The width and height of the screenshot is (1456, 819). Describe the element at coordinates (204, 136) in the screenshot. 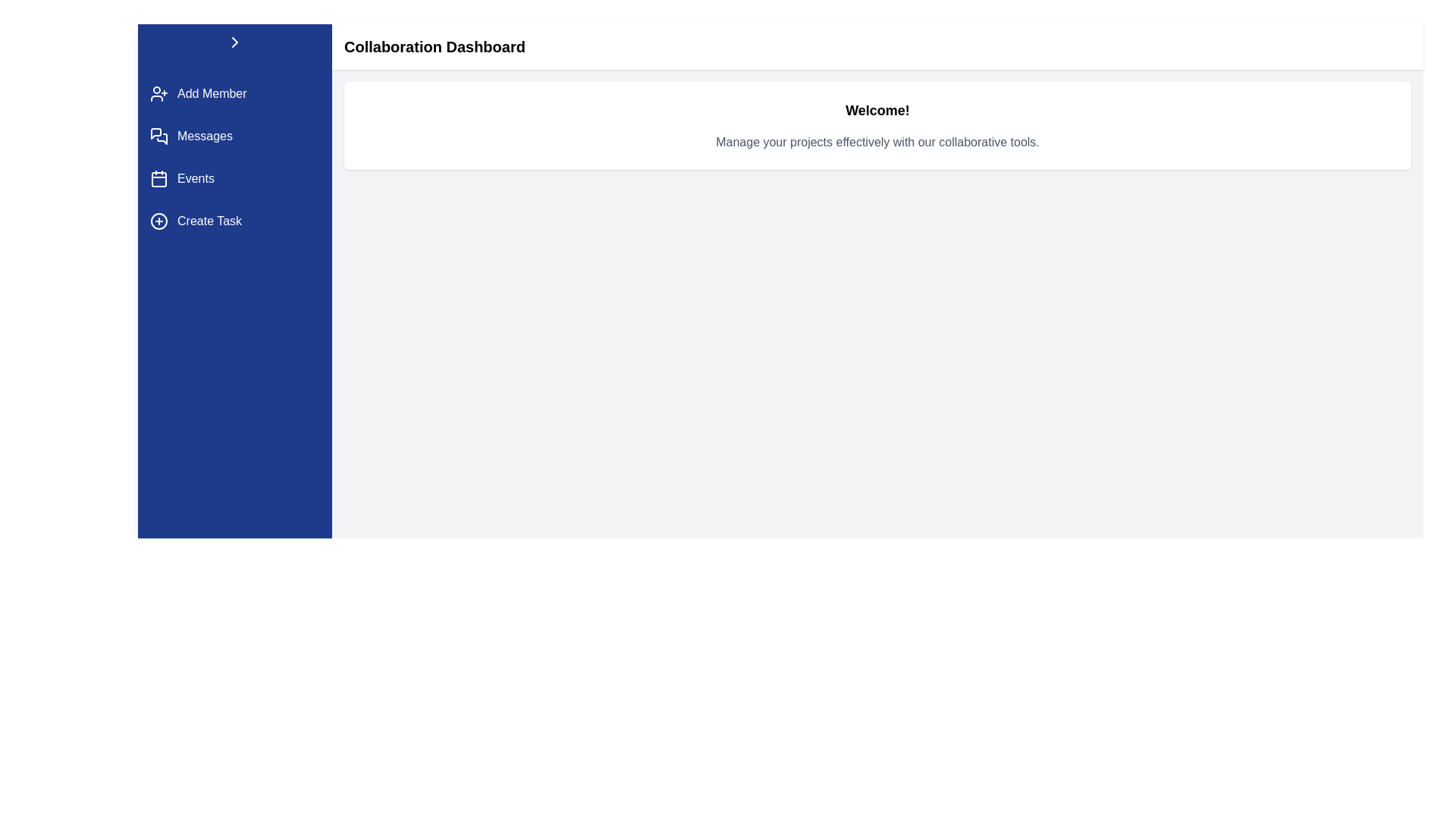

I see `the 'Messages' label in the sidebar menu` at that location.